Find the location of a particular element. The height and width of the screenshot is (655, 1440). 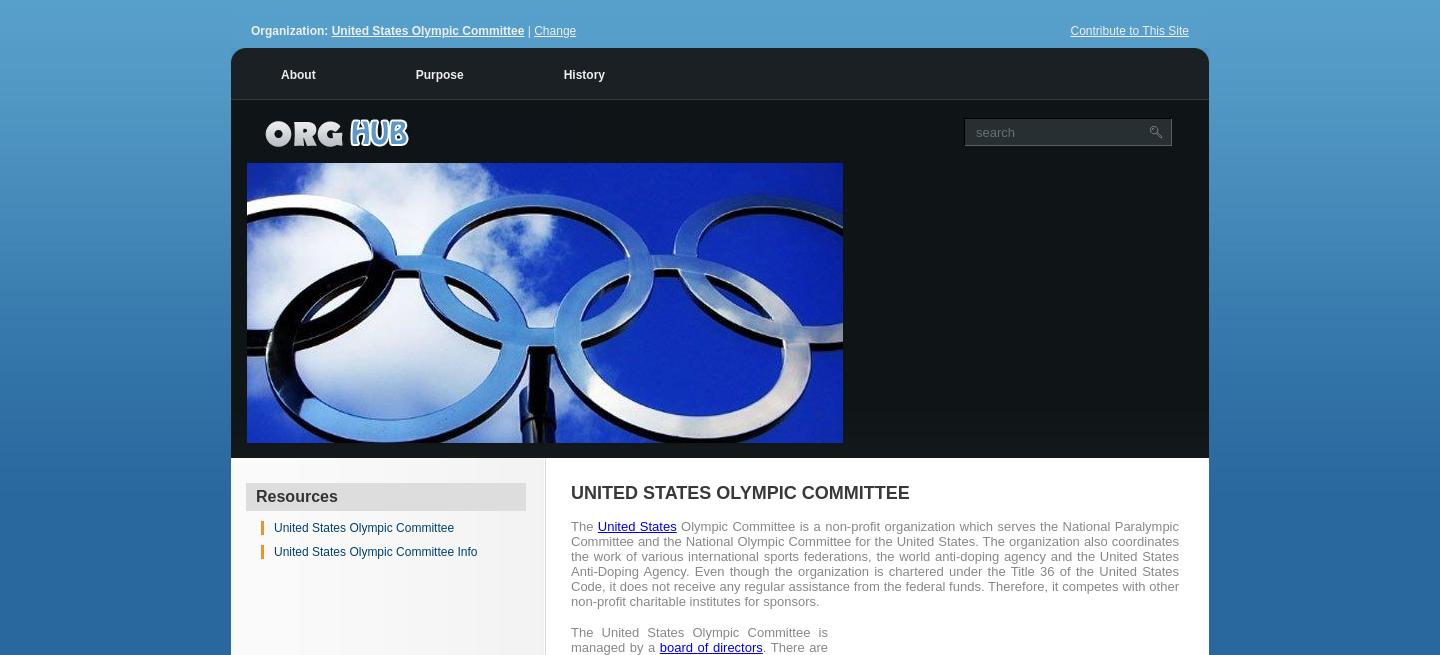

'Organization:' is located at coordinates (290, 29).